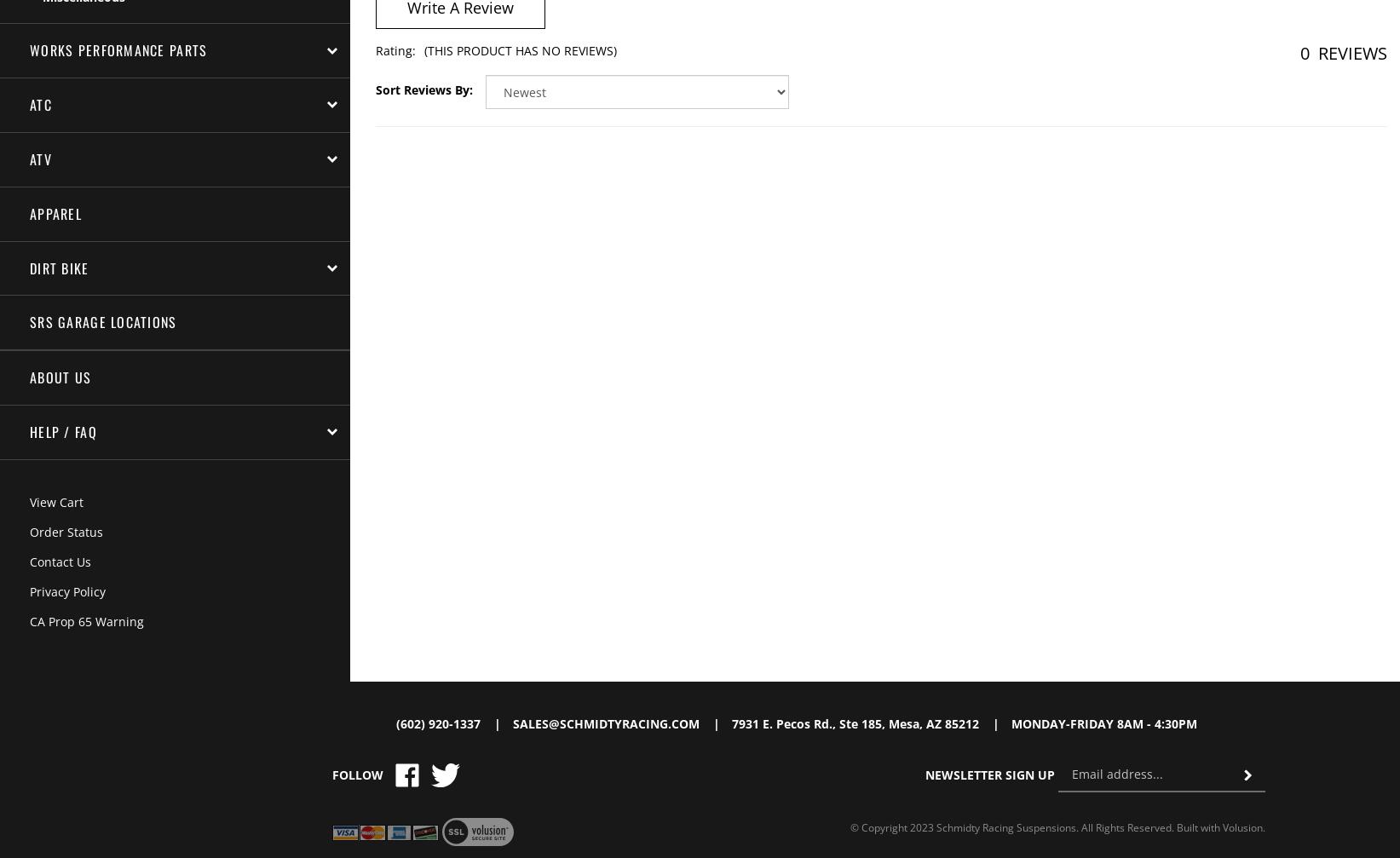 The image size is (1400, 858). What do you see at coordinates (856, 722) in the screenshot?
I see `'7931 E. Pecos Rd., Ste 185, Mesa, AZ 85212'` at bounding box center [856, 722].